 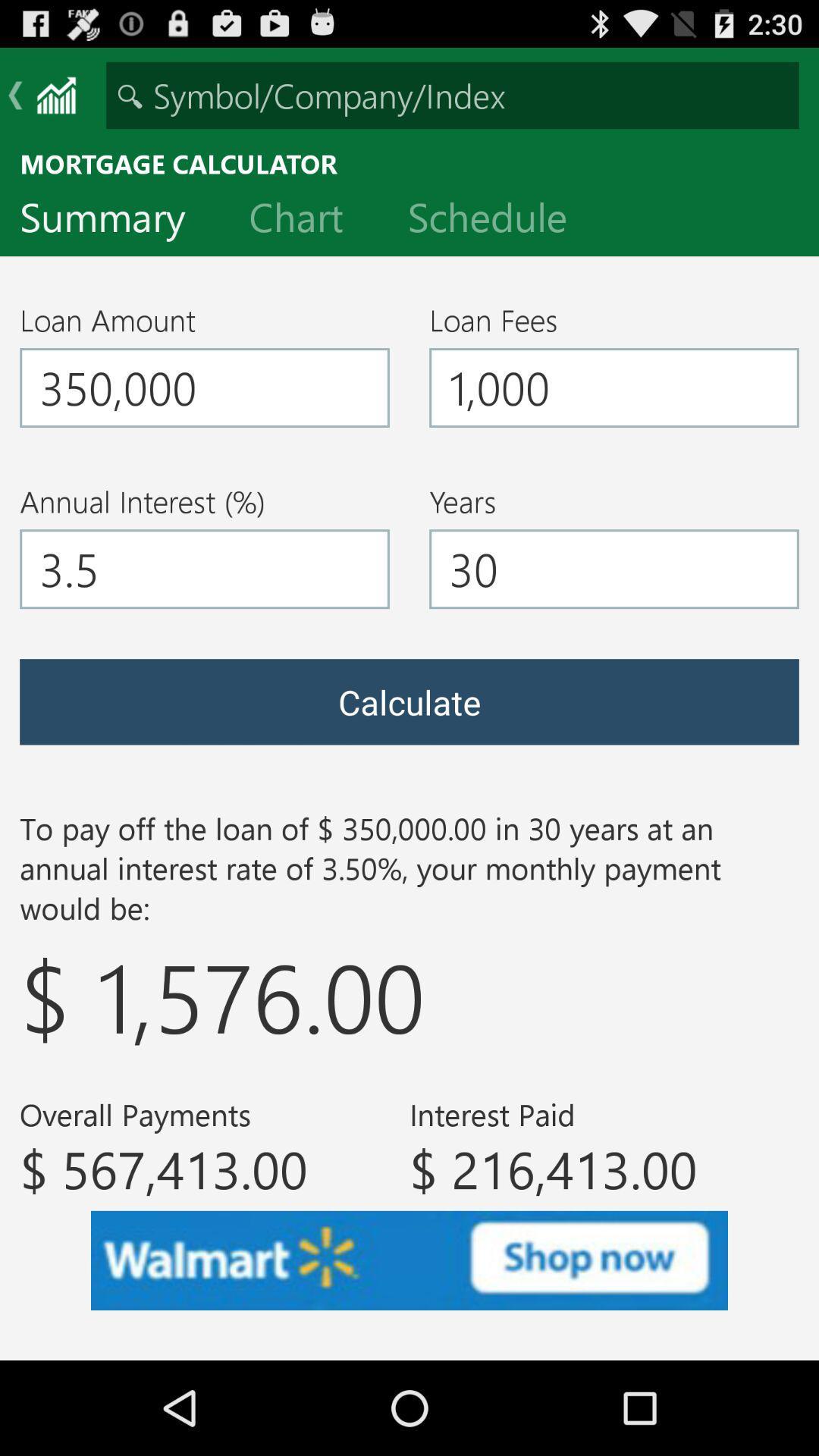 What do you see at coordinates (452, 94) in the screenshot?
I see `either symbol company or index` at bounding box center [452, 94].